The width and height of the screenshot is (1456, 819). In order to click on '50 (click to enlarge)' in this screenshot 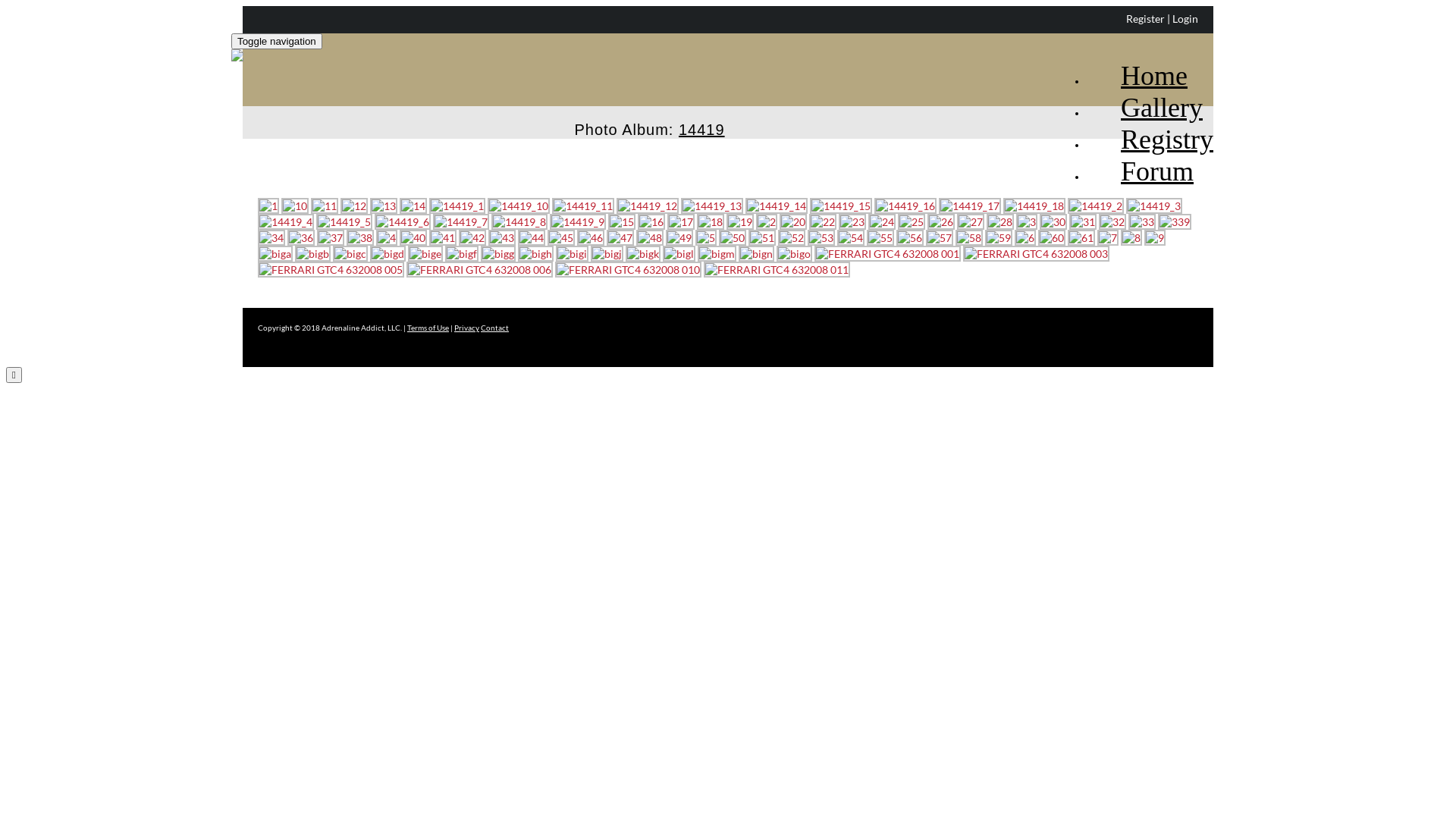, I will do `click(718, 237)`.